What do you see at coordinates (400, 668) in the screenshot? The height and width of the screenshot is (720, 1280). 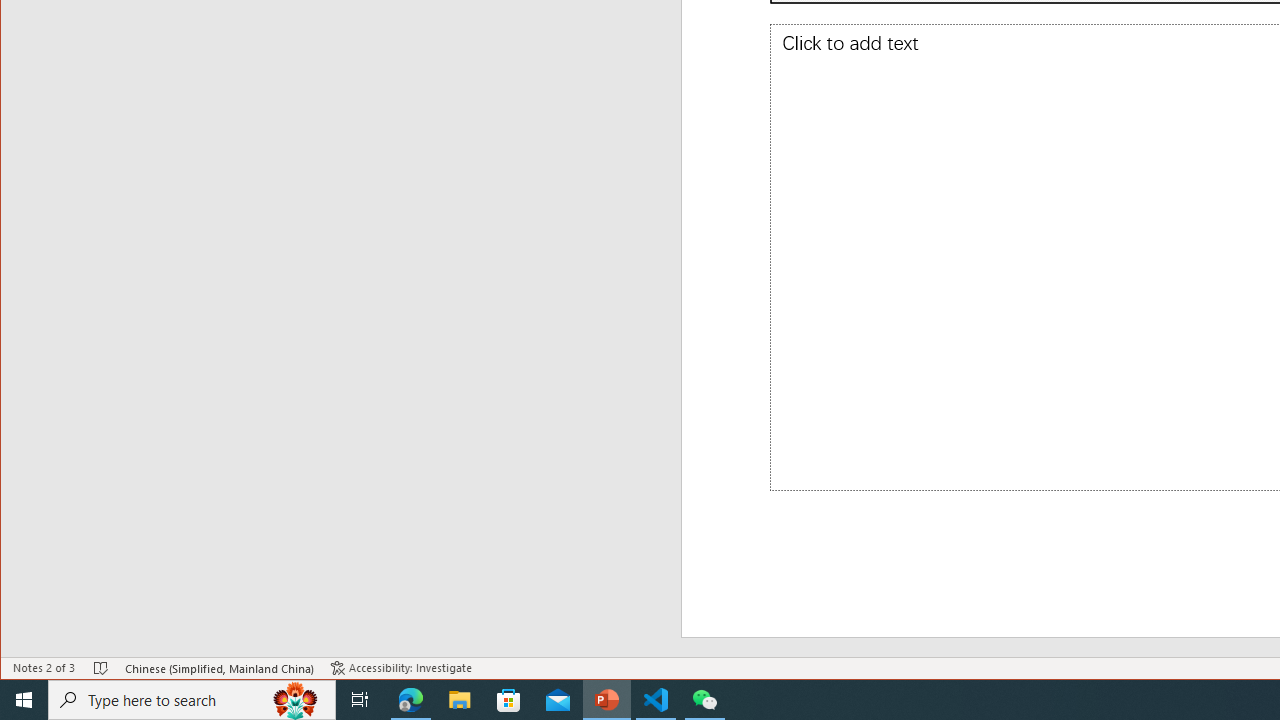 I see `'Accessibility Checker Accessibility: Investigate'` at bounding box center [400, 668].